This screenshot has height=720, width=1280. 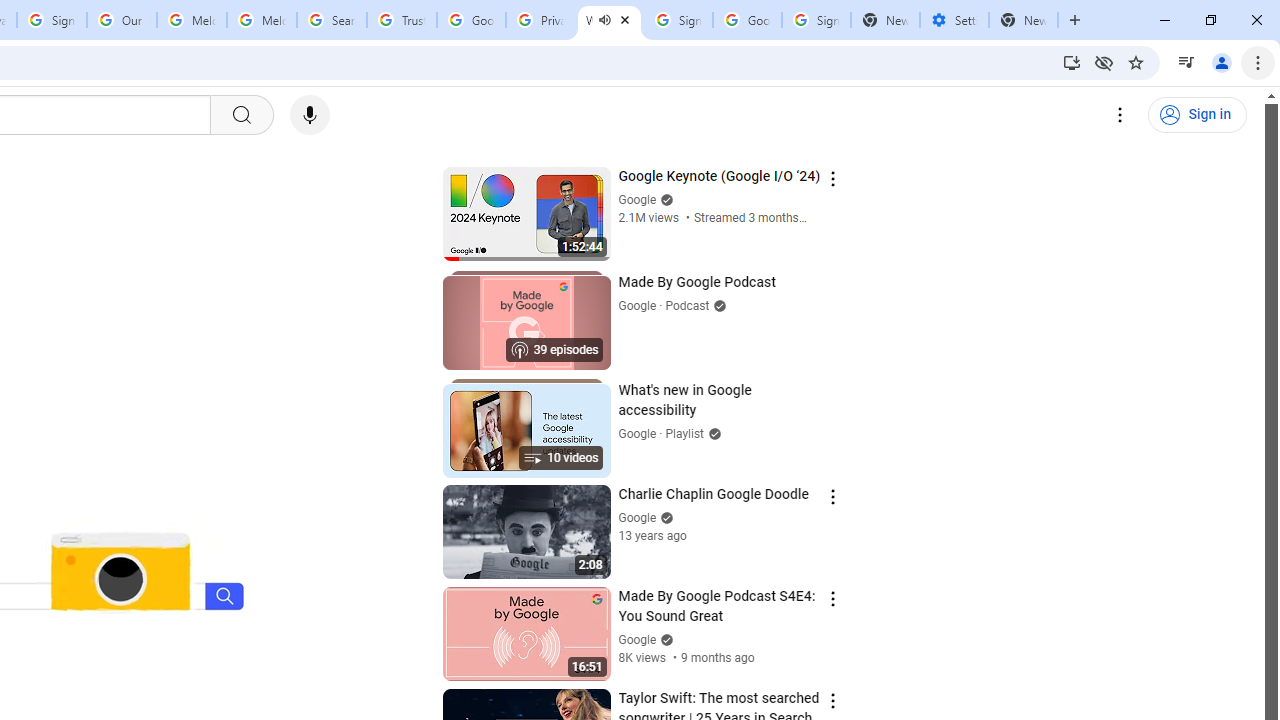 What do you see at coordinates (400, 20) in the screenshot?
I see `'Trusted Information and Content - Google Safety Center'` at bounding box center [400, 20].